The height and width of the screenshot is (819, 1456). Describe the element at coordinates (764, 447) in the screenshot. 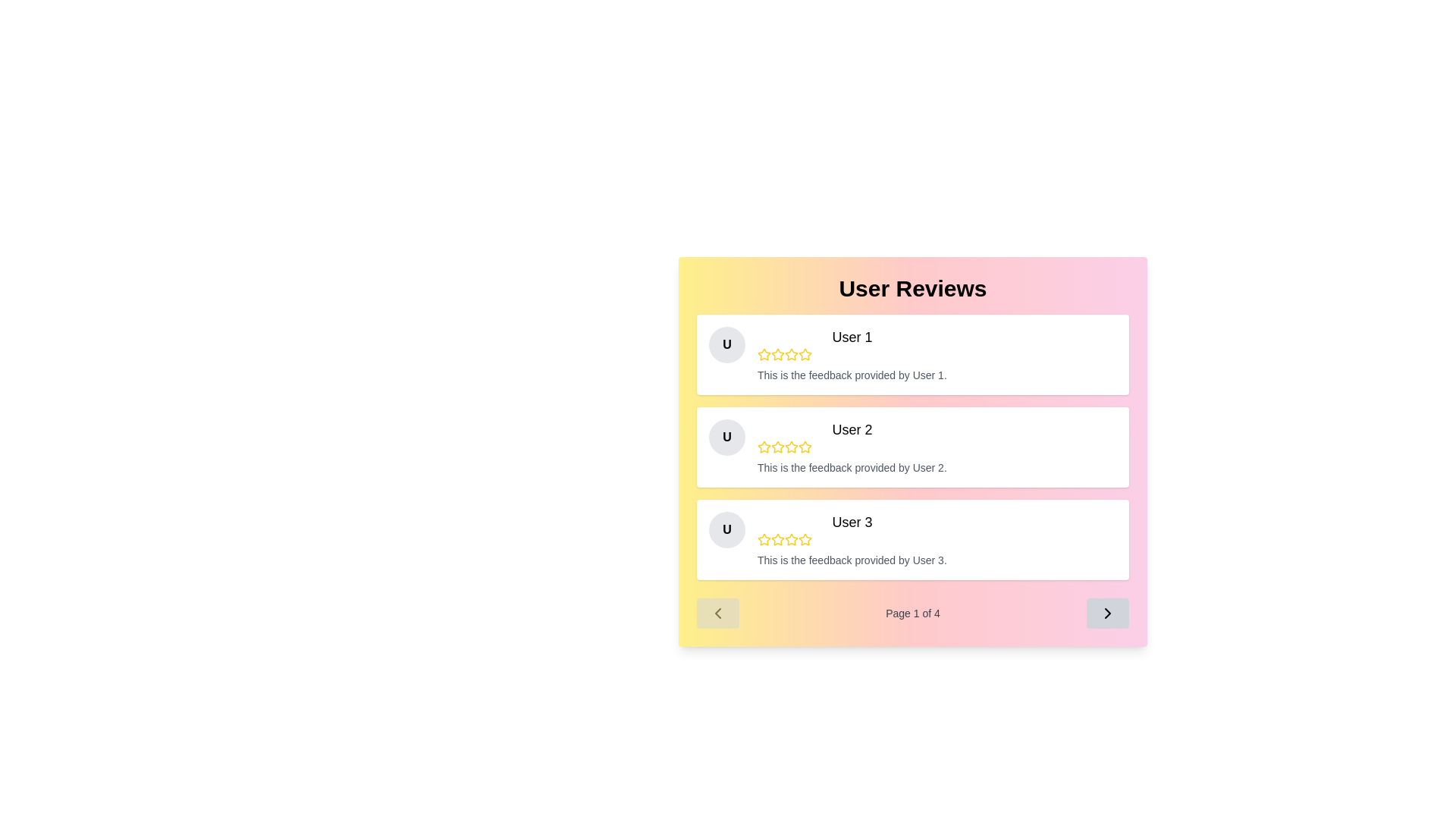

I see `the first star icon in the user review section, which is located within the second card, between the username and the feedback text` at that location.